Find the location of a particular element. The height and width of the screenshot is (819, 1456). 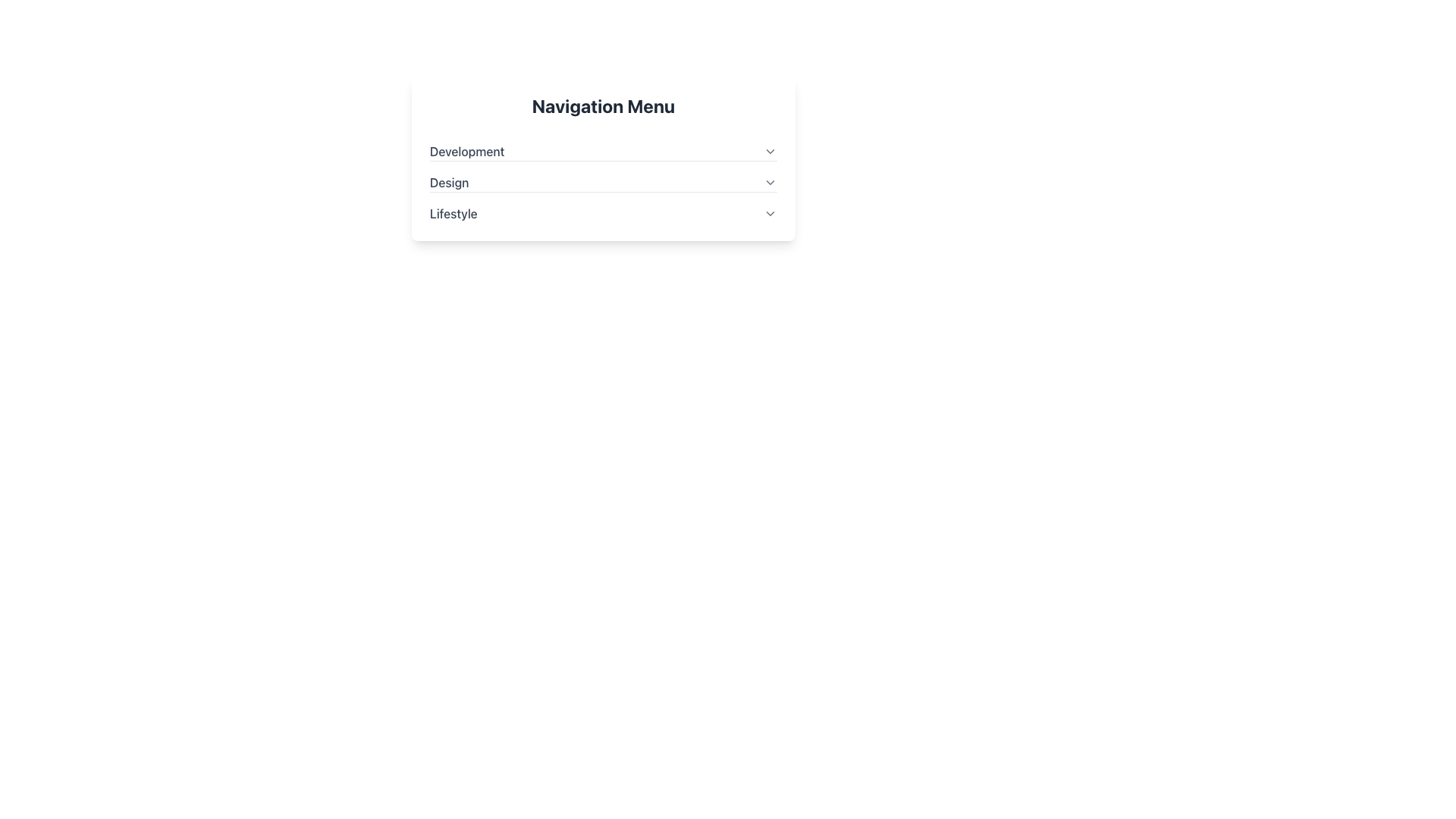

the 'Design' dropdown menu item, which is the second item in the vertical navigation menu is located at coordinates (603, 175).